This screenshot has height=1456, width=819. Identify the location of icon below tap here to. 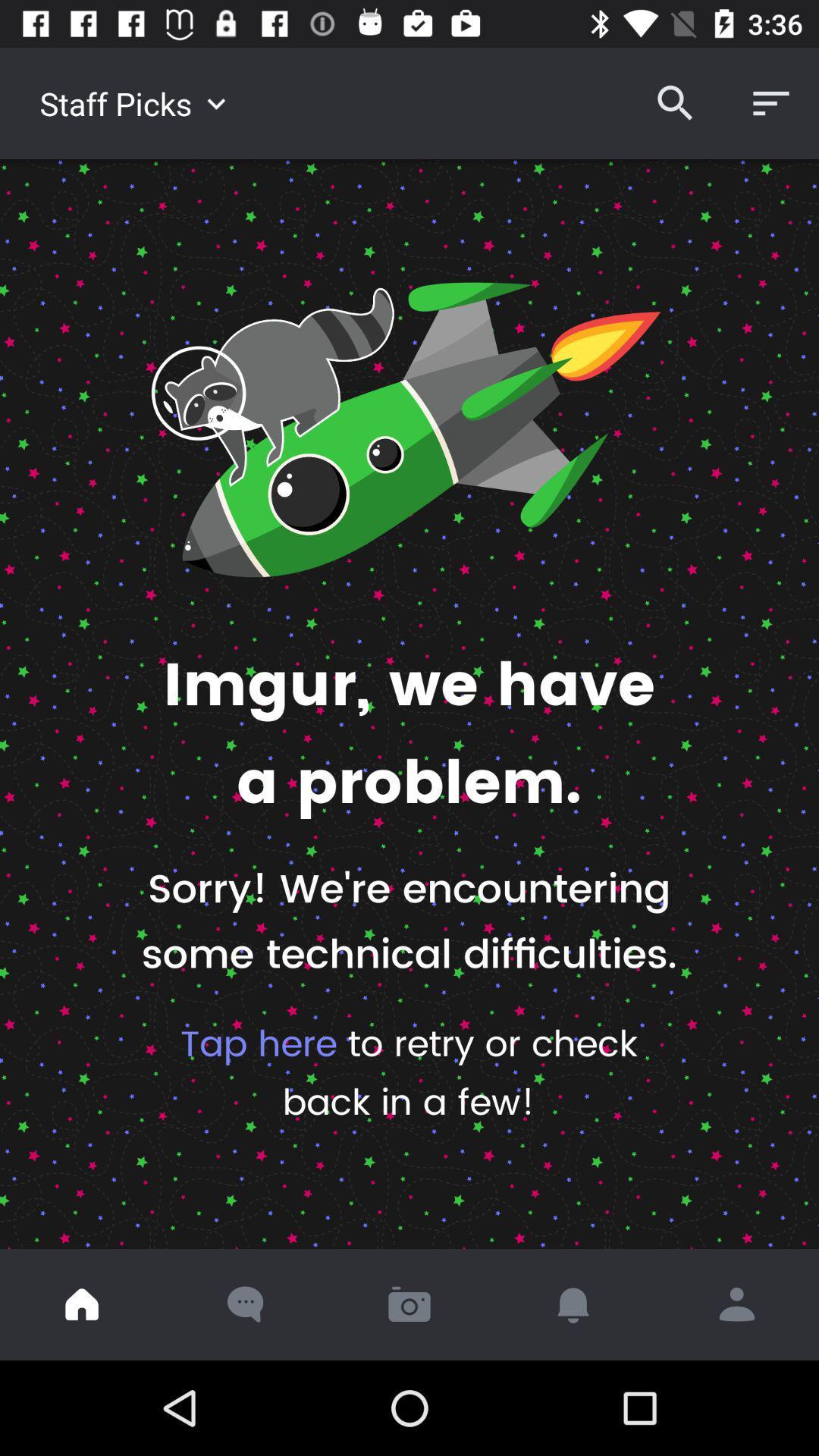
(736, 1304).